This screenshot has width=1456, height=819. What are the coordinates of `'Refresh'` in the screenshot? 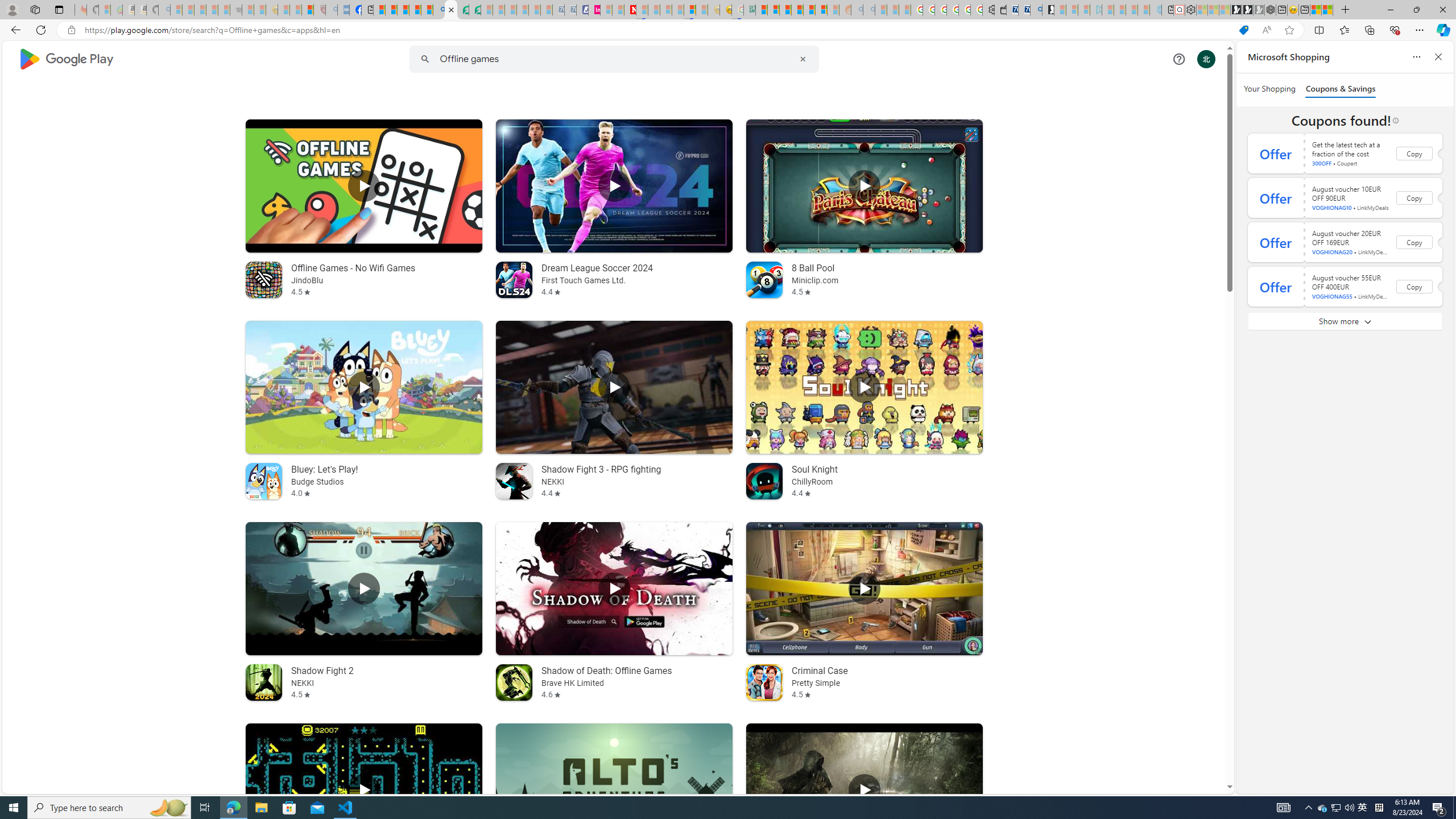 It's located at (40, 29).